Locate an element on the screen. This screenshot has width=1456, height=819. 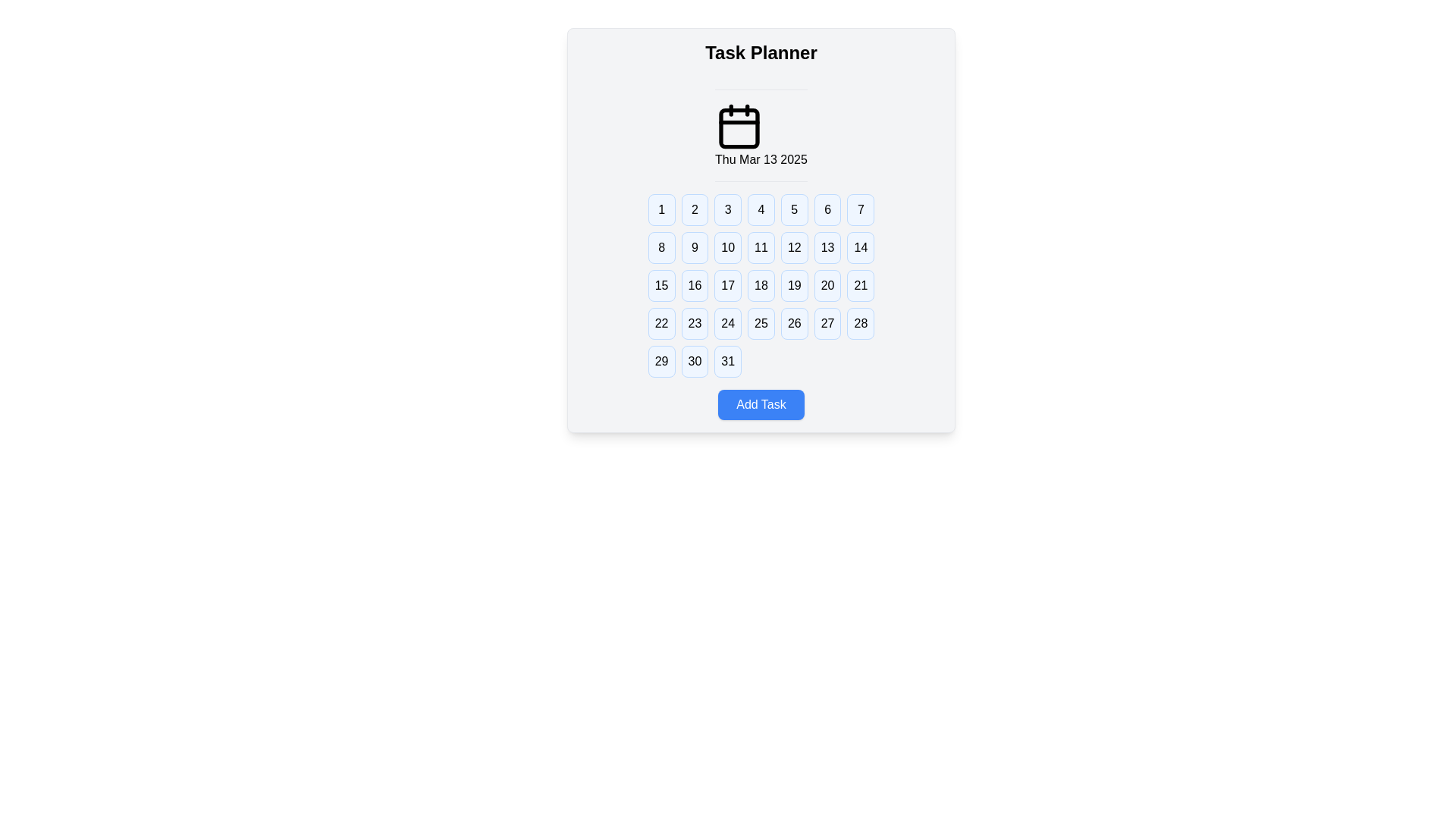
the fourth day of the month in the interactive calendar interface to trigger hover effects is located at coordinates (761, 210).